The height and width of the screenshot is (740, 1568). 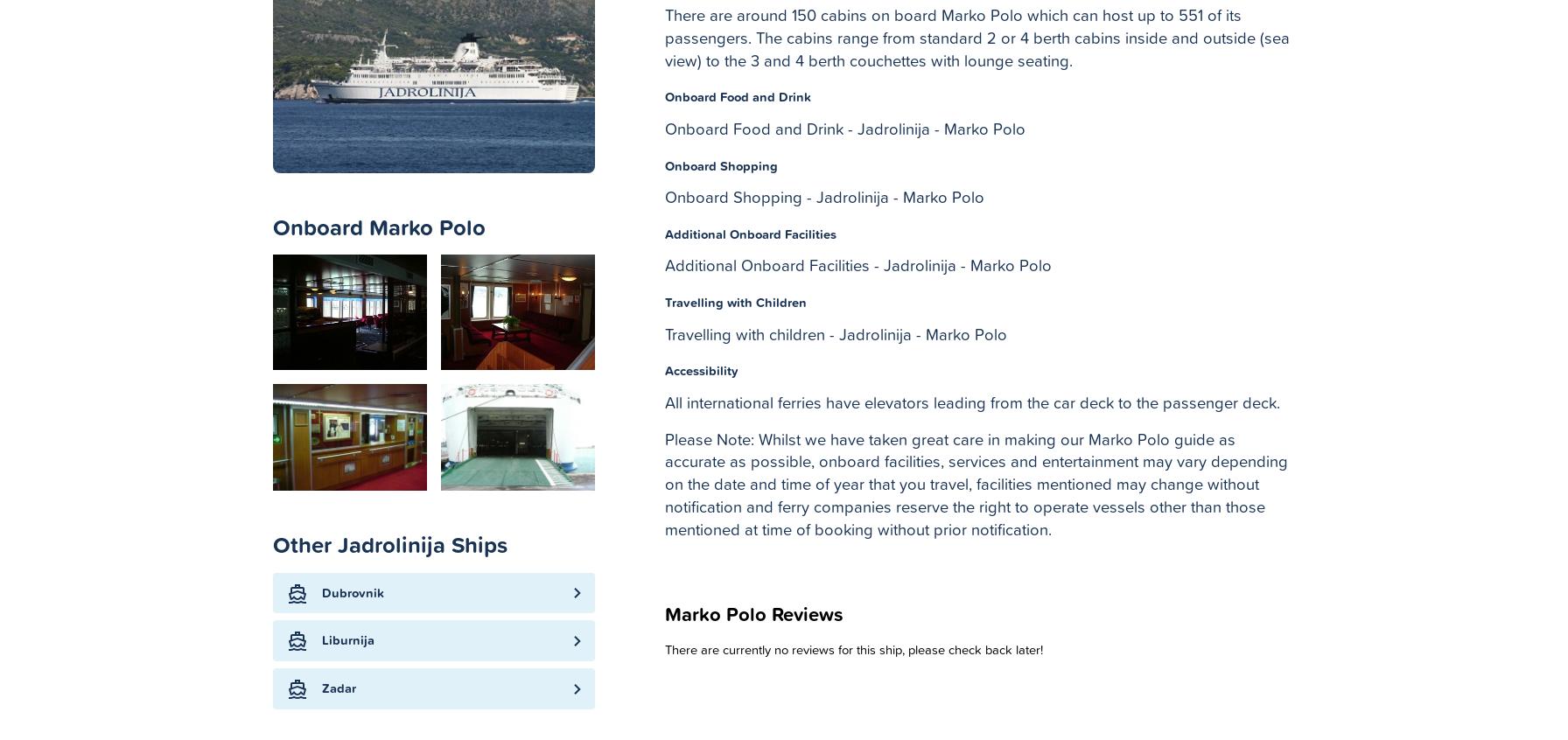 What do you see at coordinates (348, 639) in the screenshot?
I see `'Liburnija'` at bounding box center [348, 639].